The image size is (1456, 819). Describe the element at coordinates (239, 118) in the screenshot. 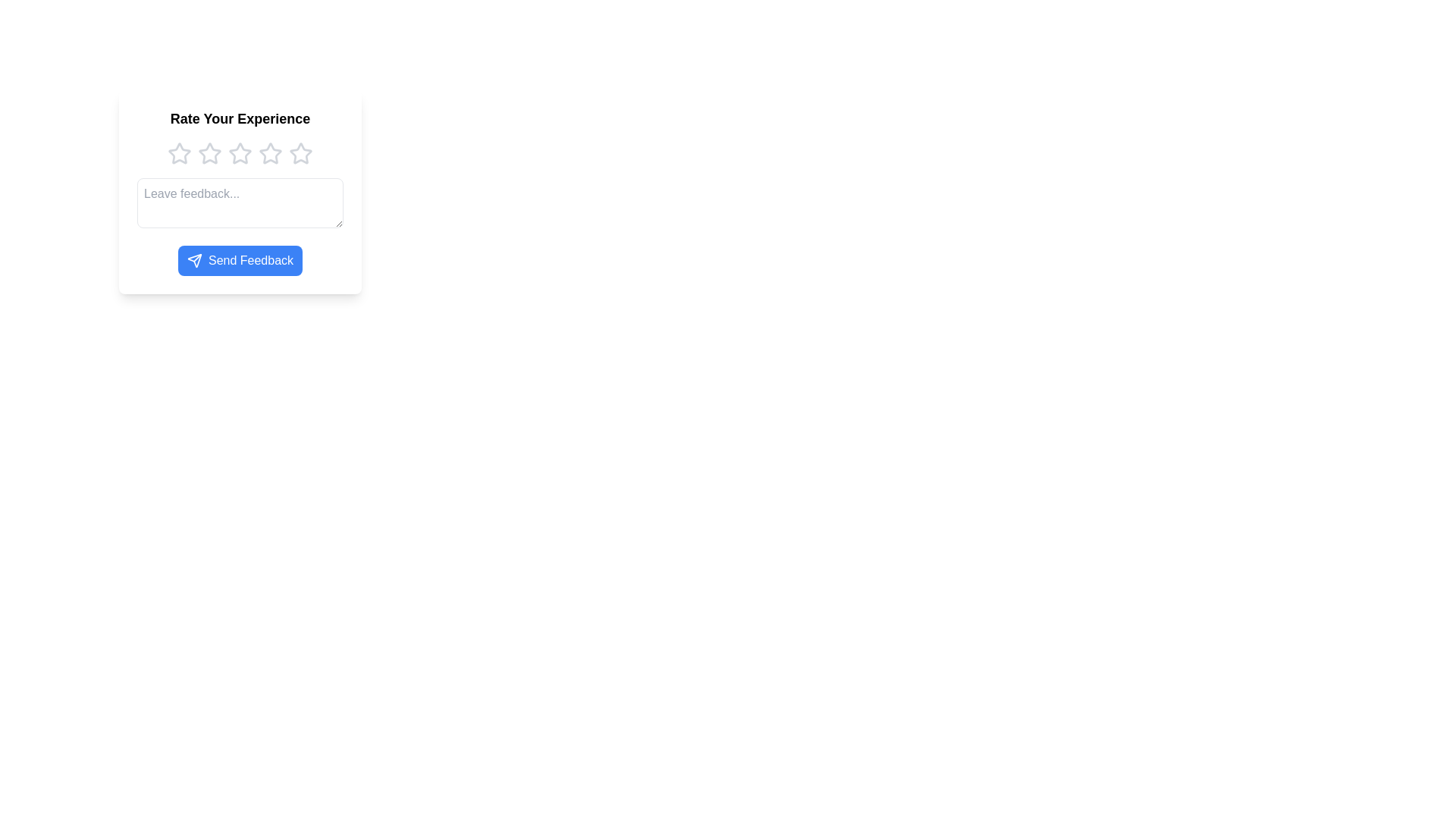

I see `header text located at the top of the feedback widget, which serves as an introduction for users before they rate their experience` at that location.